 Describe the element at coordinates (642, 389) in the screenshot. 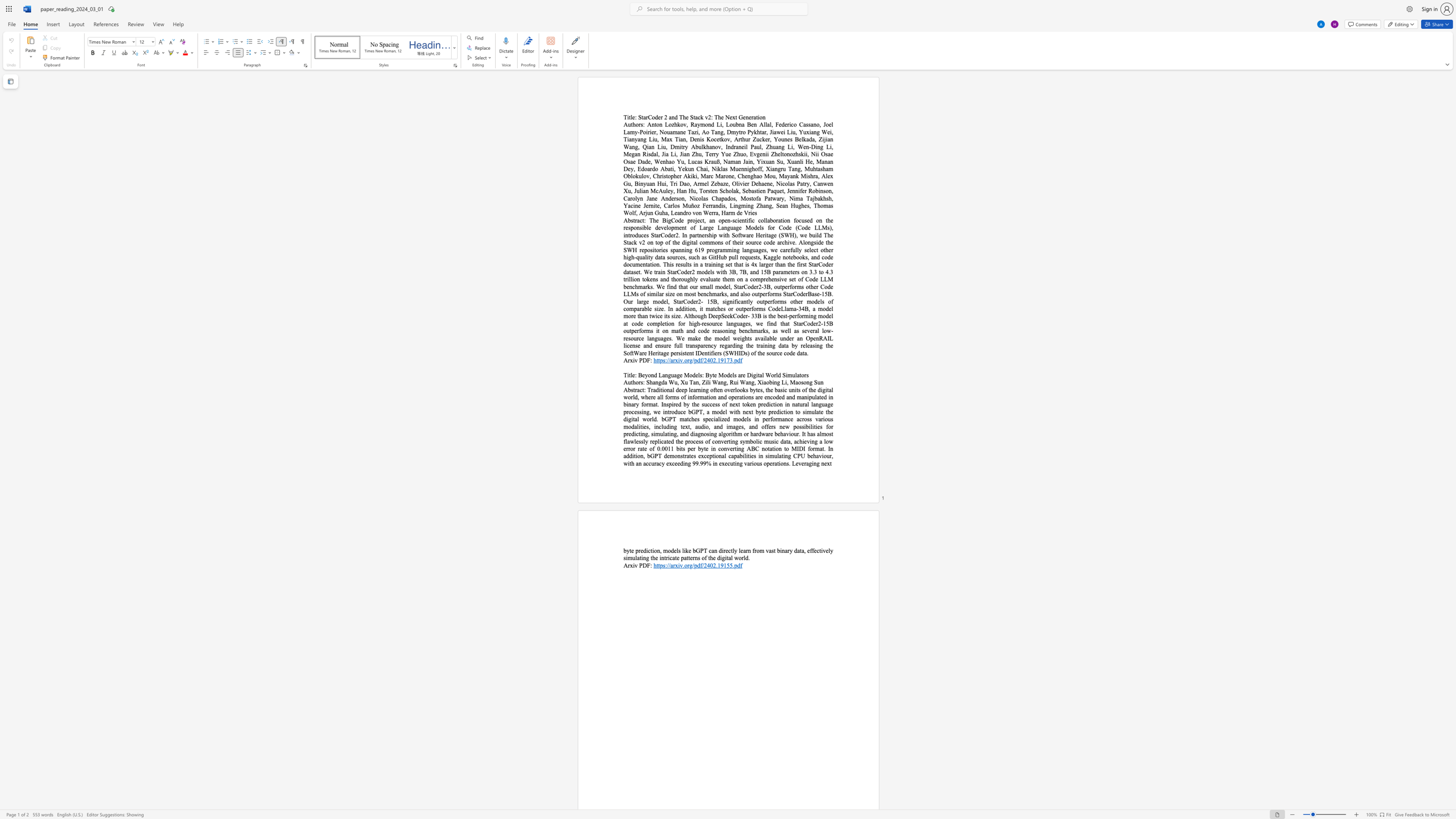

I see `the subset text "t:" within the text "Abstract:"` at that location.